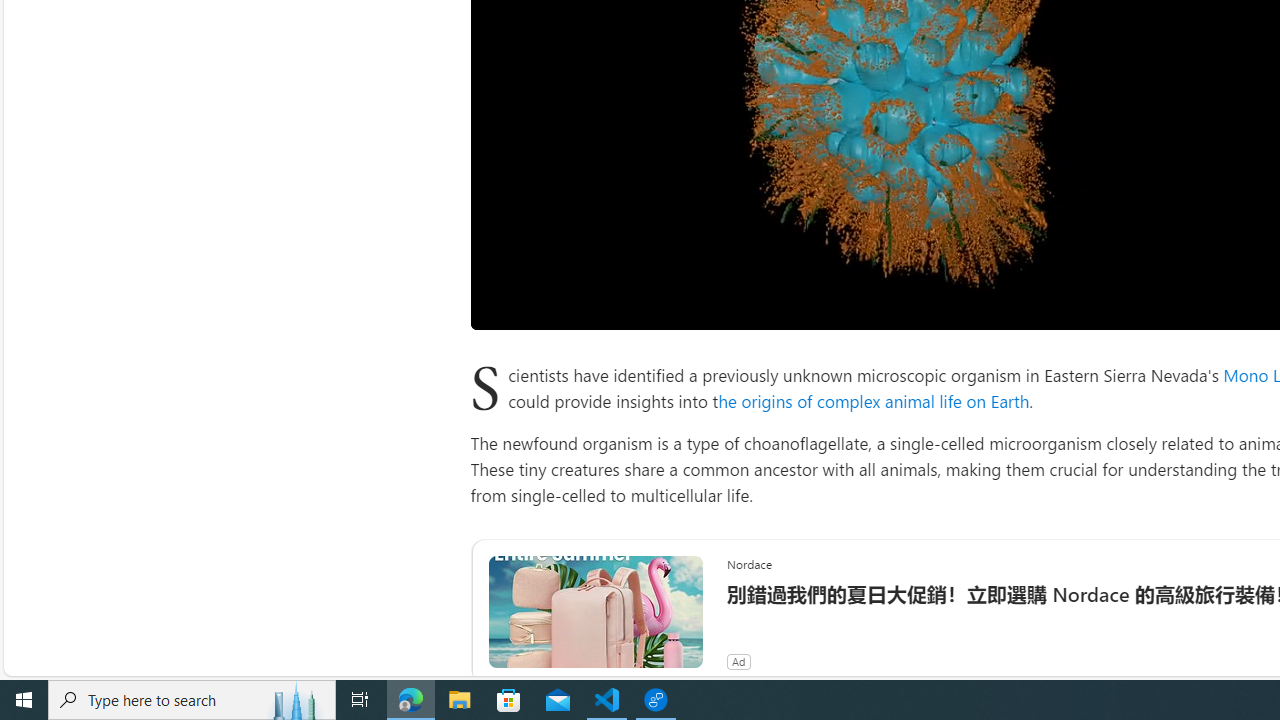 This screenshot has width=1280, height=720. What do you see at coordinates (874, 400) in the screenshot?
I see `'he origins of complex animal life on Earth'` at bounding box center [874, 400].